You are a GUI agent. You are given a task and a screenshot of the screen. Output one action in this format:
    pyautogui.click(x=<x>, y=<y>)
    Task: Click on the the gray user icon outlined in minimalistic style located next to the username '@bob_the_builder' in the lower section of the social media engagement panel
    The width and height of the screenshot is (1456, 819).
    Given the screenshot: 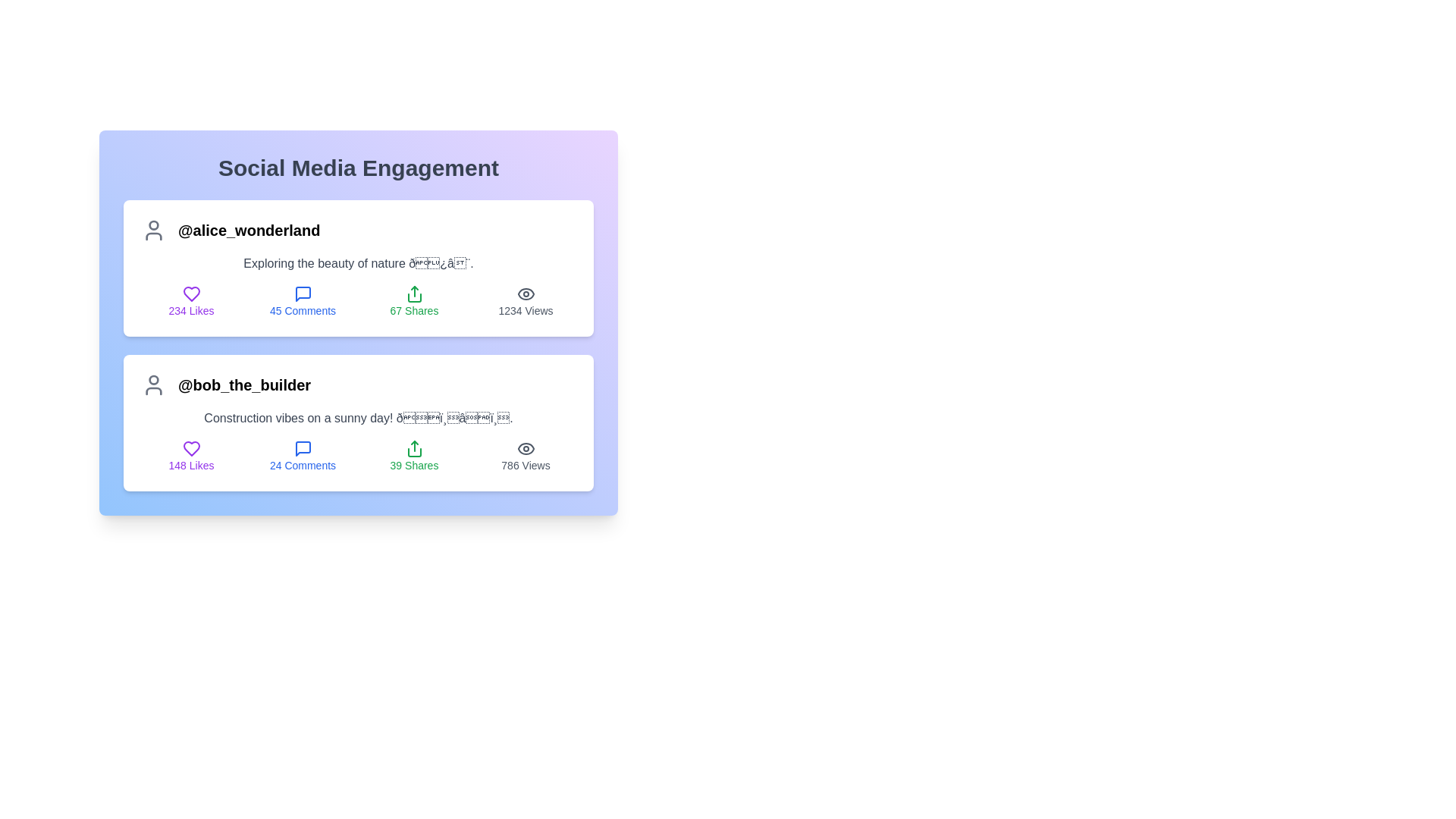 What is the action you would take?
    pyautogui.click(x=153, y=384)
    